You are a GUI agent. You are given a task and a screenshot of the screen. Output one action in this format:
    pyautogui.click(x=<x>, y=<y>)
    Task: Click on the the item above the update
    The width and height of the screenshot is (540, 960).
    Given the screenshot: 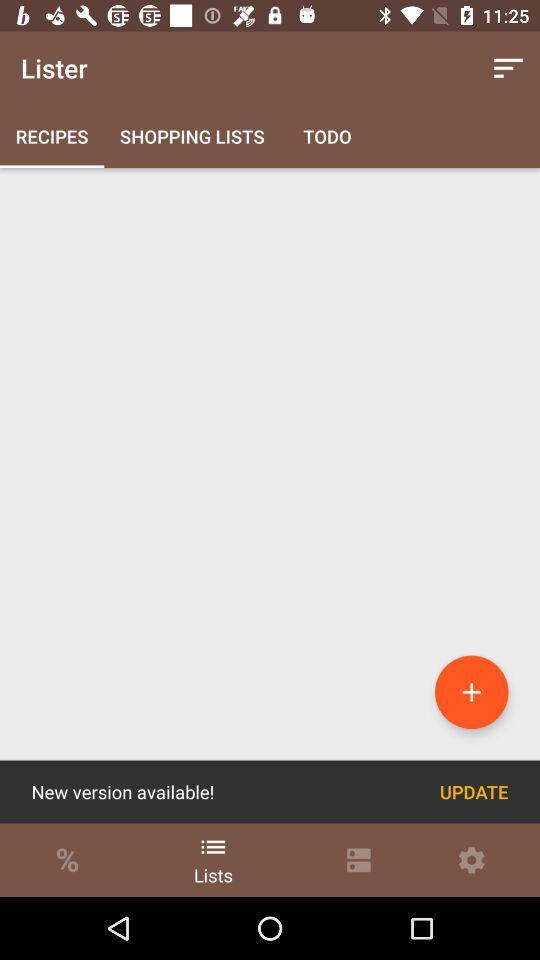 What is the action you would take?
    pyautogui.click(x=471, y=692)
    